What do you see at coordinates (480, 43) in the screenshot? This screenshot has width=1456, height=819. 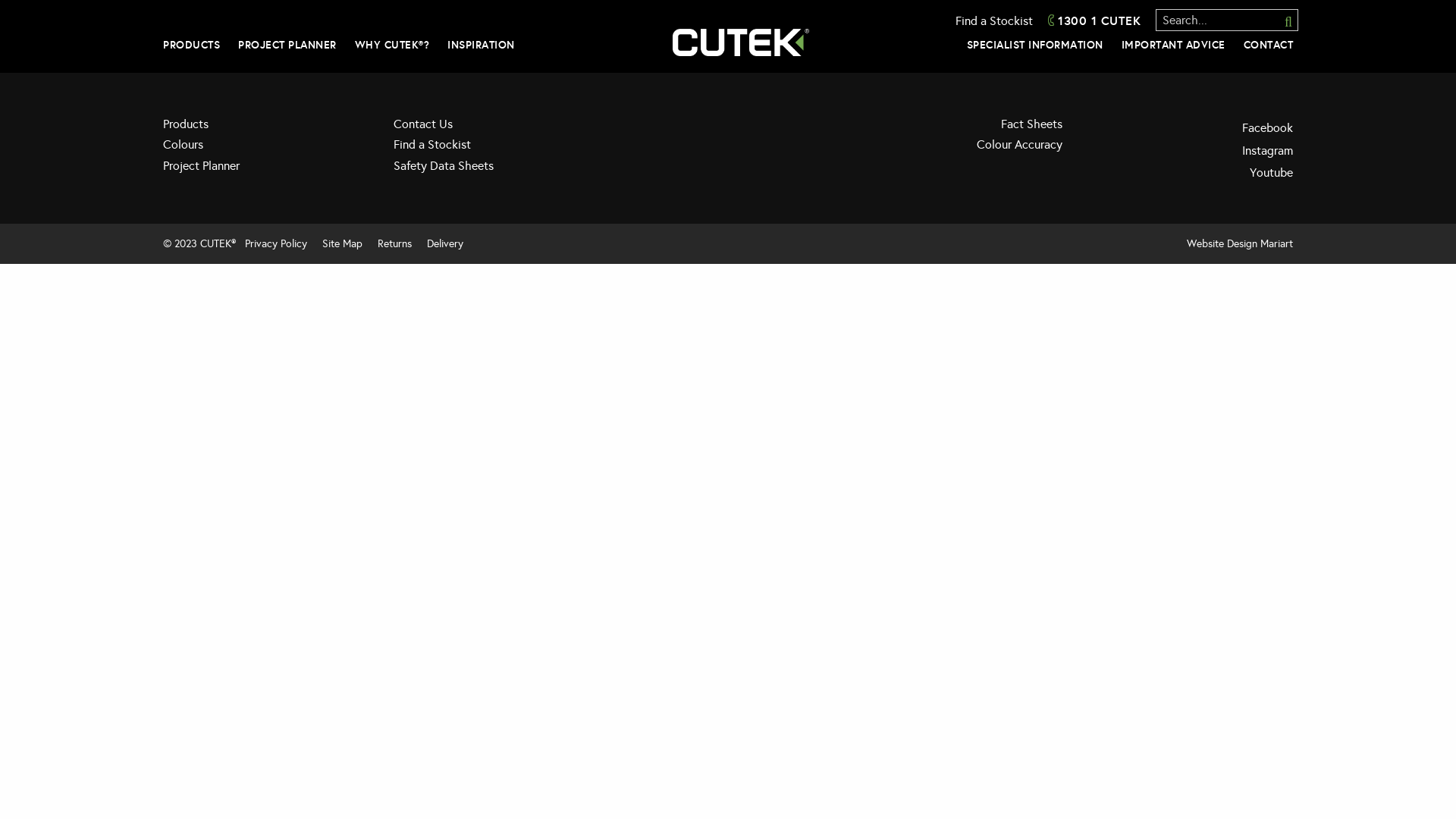 I see `'INSPIRATION'` at bounding box center [480, 43].